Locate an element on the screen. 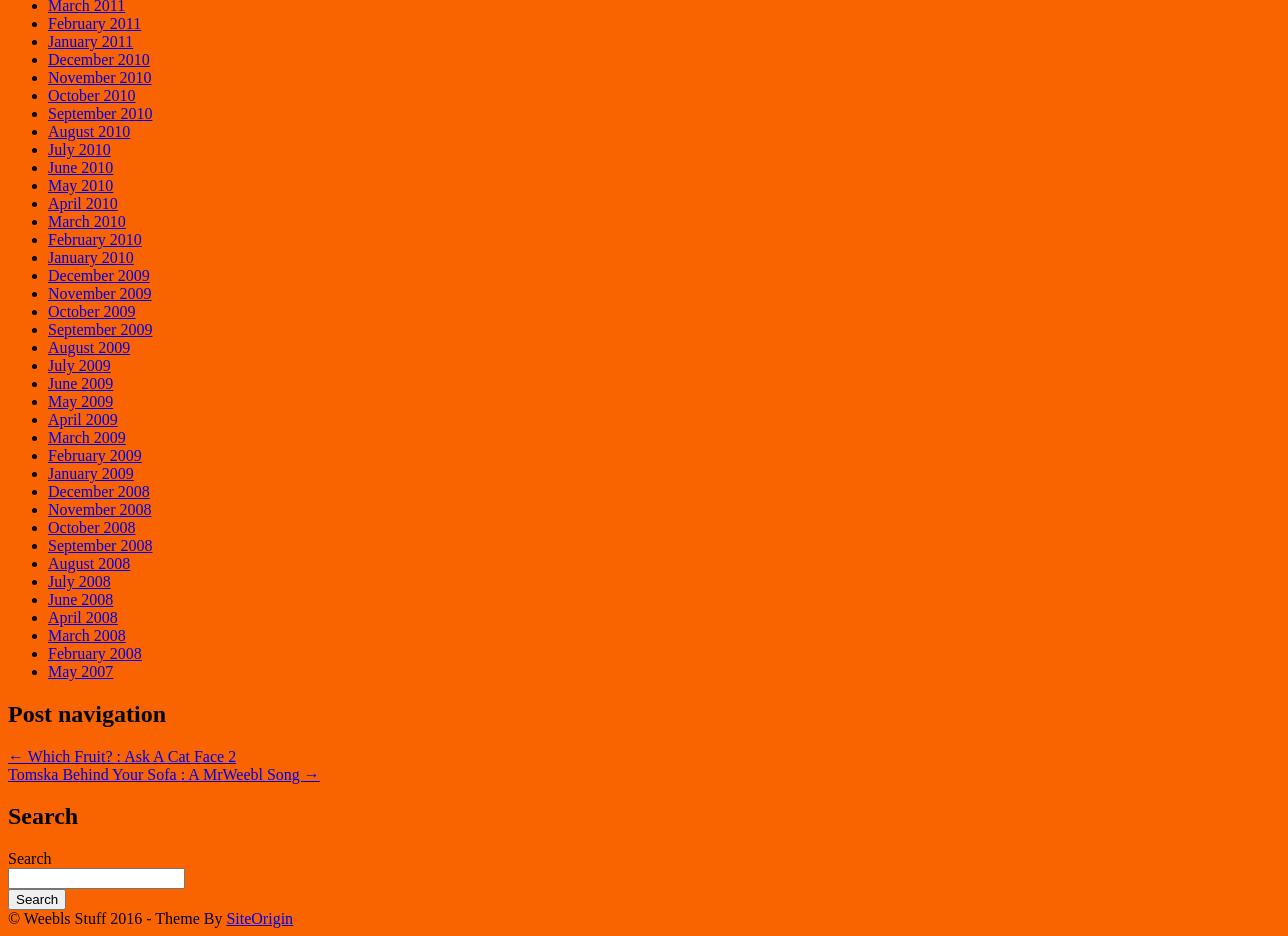 The image size is (1288, 936). 'September 2009' is located at coordinates (99, 327).